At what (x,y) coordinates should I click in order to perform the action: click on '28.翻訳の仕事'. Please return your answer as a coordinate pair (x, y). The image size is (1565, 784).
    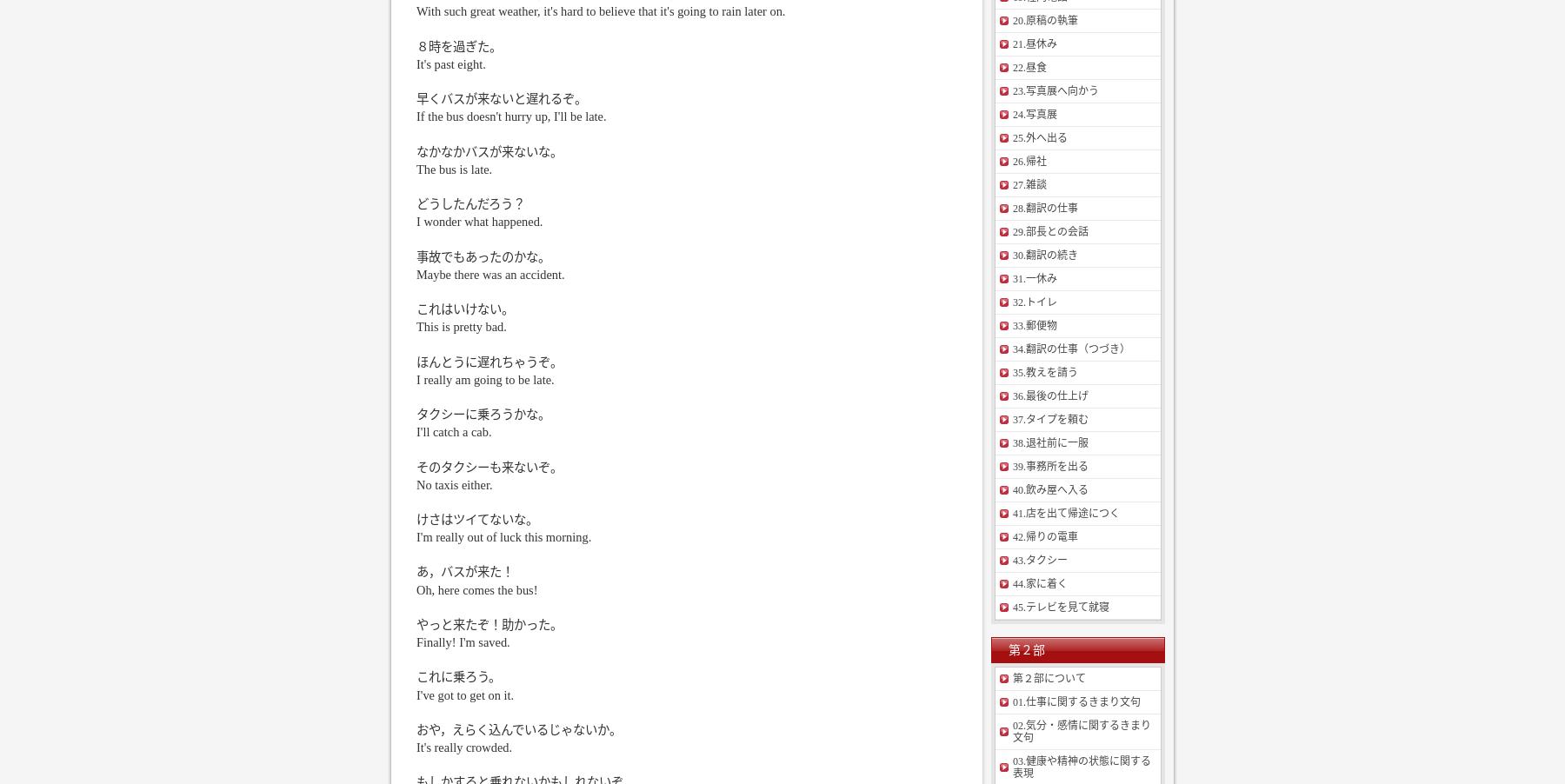
    Looking at the image, I should click on (1044, 209).